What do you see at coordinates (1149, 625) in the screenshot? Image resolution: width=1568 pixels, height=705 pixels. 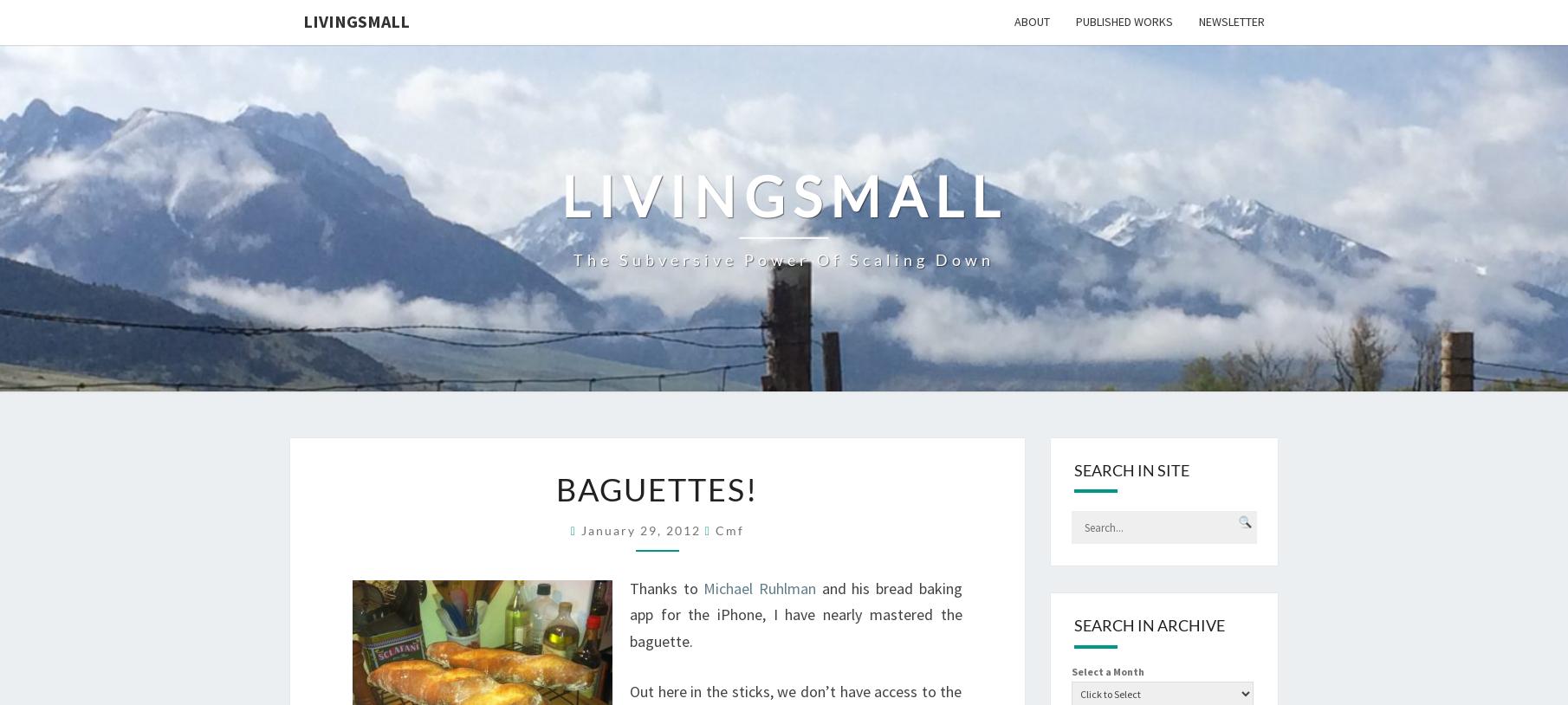 I see `'Search in Archive'` at bounding box center [1149, 625].